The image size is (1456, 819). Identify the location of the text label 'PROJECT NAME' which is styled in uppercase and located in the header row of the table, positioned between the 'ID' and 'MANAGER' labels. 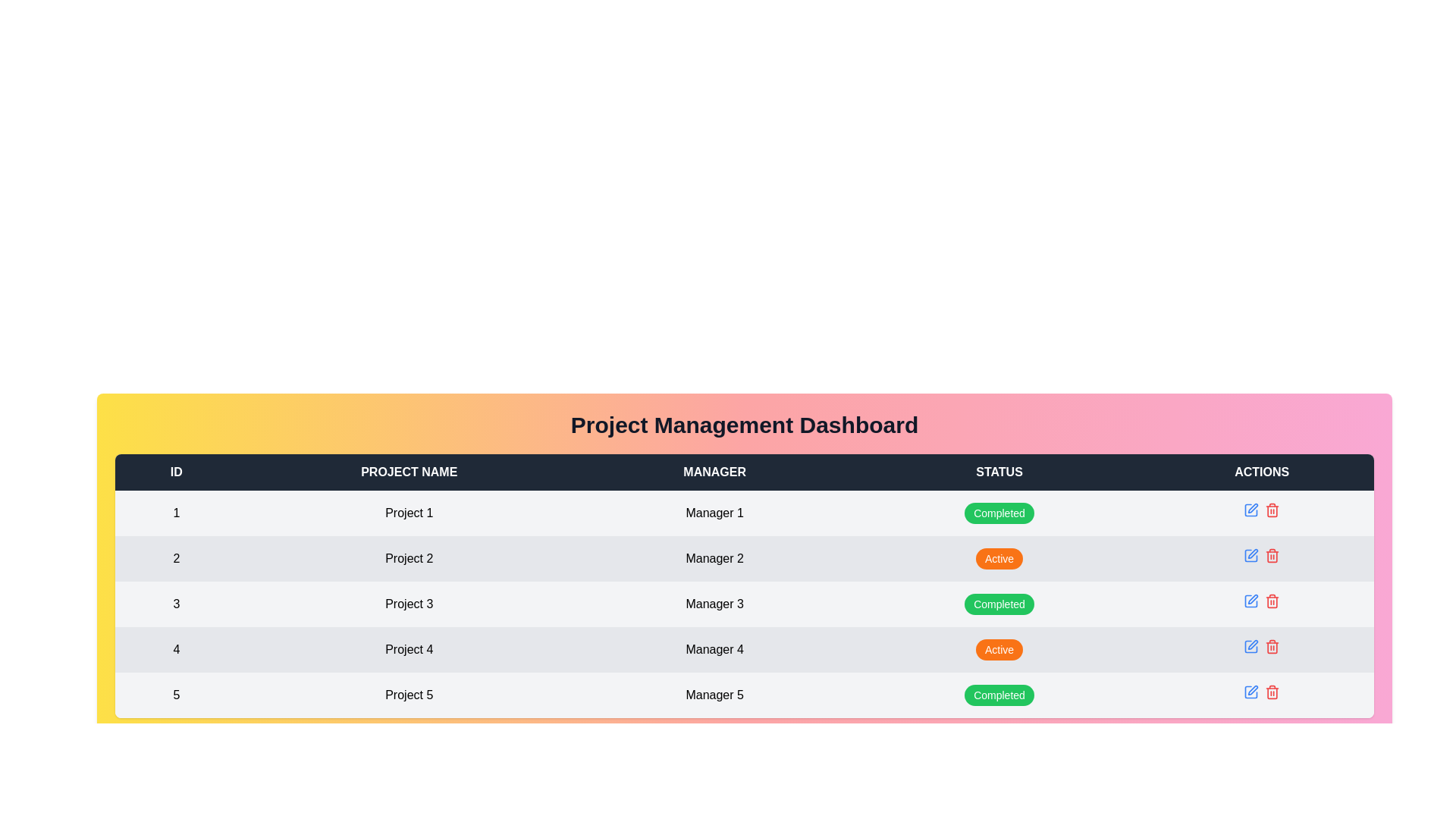
(409, 472).